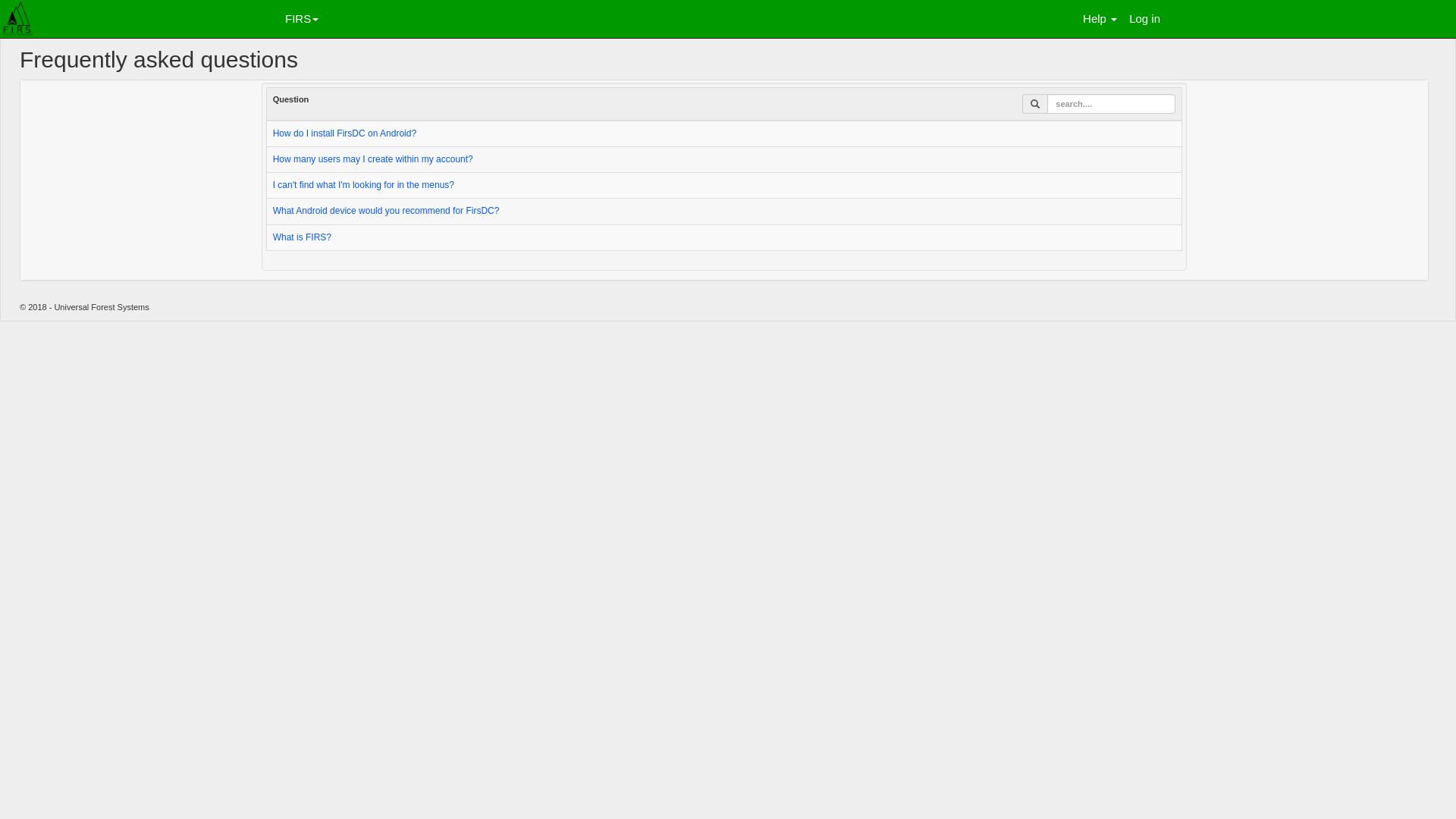 This screenshot has width=1456, height=819. I want to click on 'What is FIRS?', so click(302, 237).